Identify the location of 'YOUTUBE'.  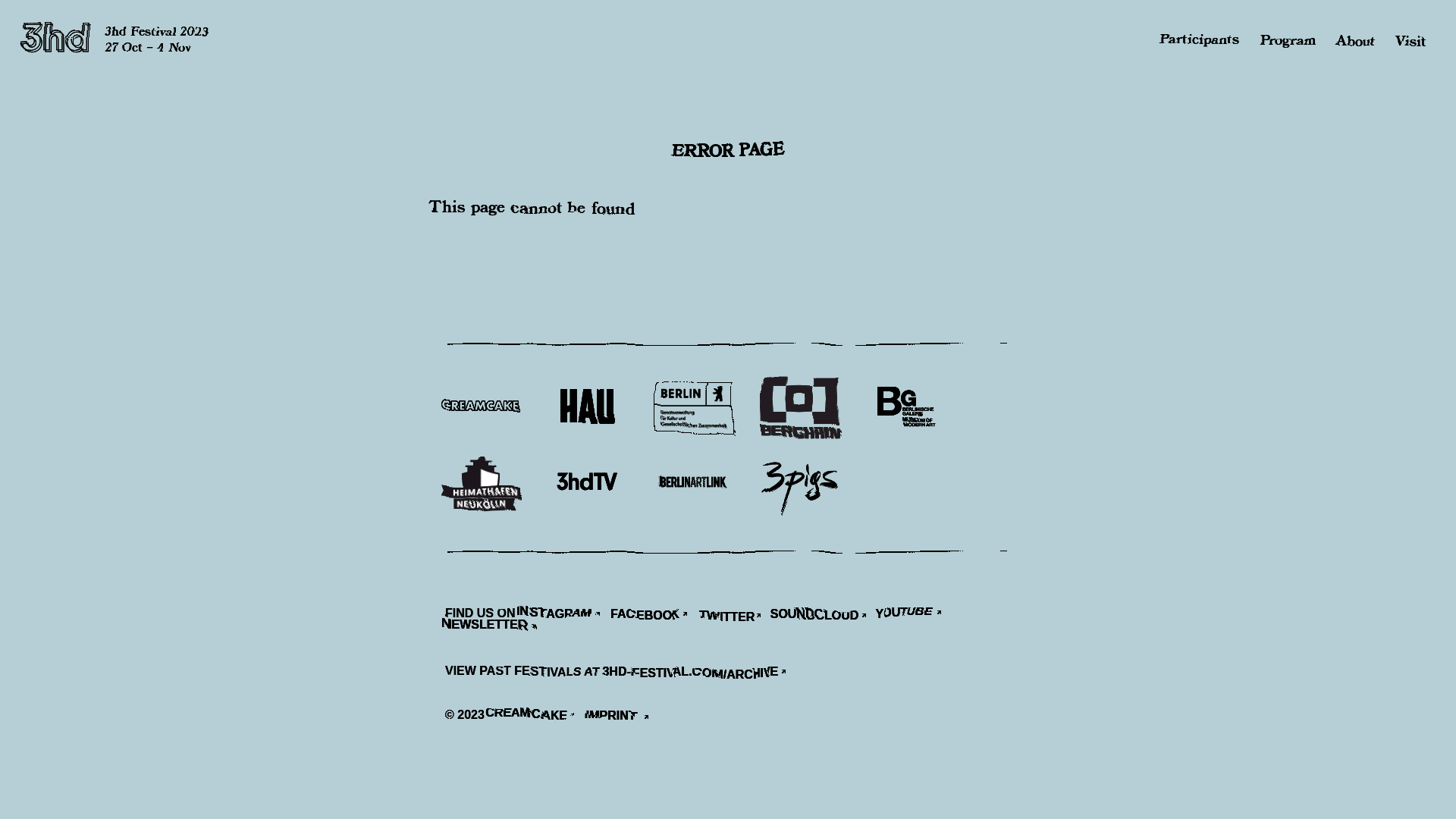
(913, 615).